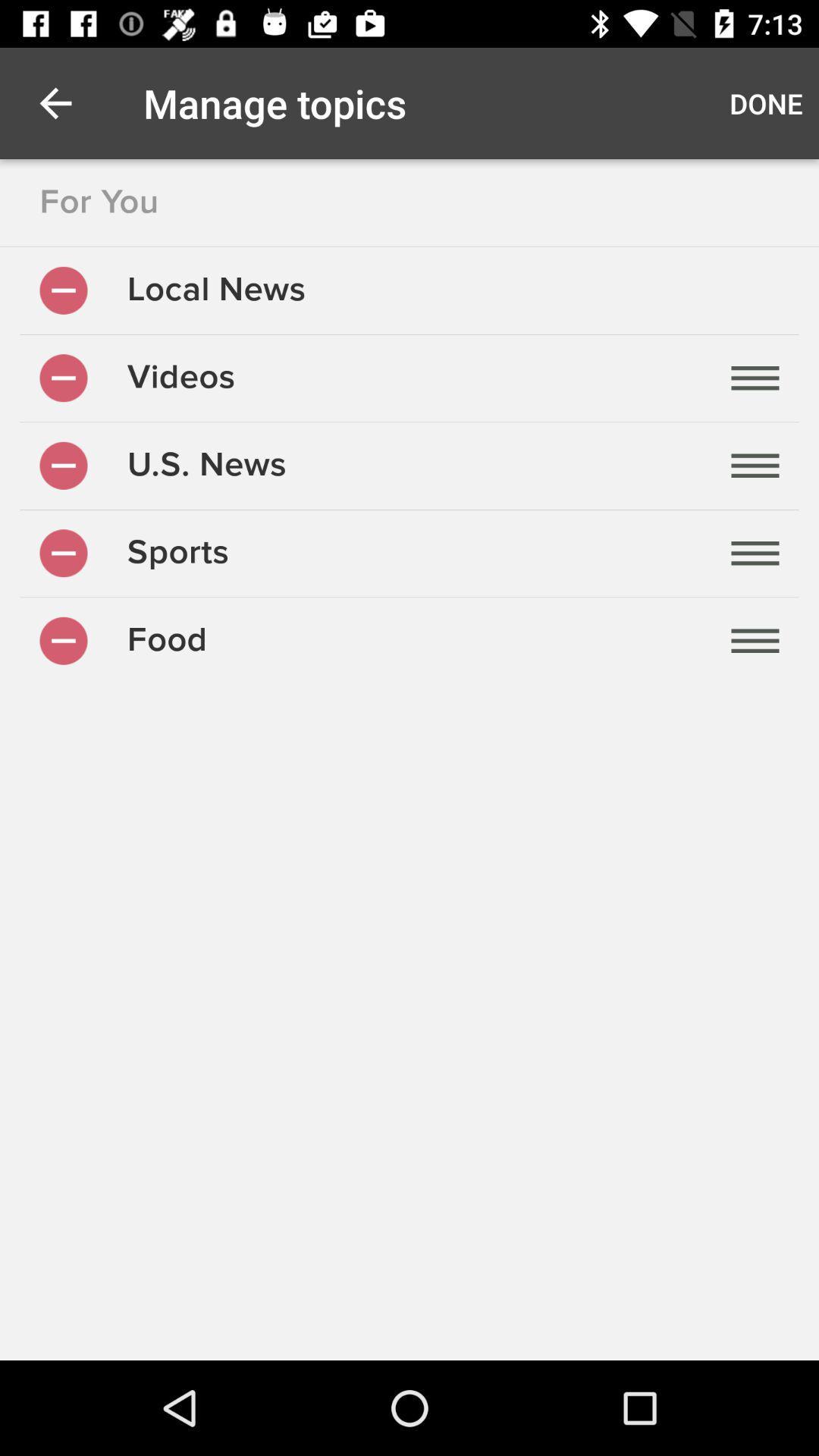  Describe the element at coordinates (63, 378) in the screenshot. I see `deselect videos` at that location.